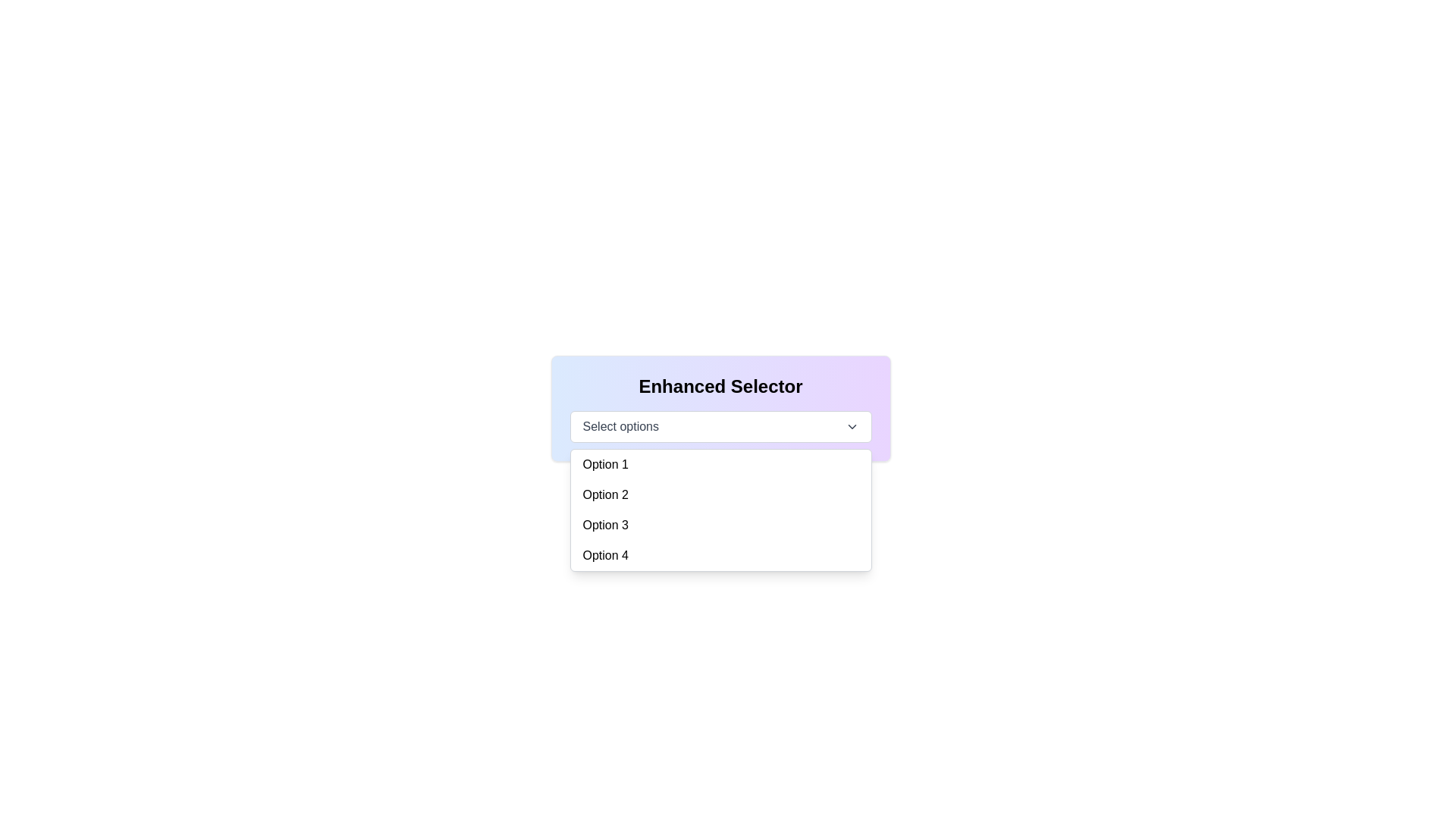  Describe the element at coordinates (852, 427) in the screenshot. I see `the downward chevron arrow icon located to the right of the 'Select options' button` at that location.